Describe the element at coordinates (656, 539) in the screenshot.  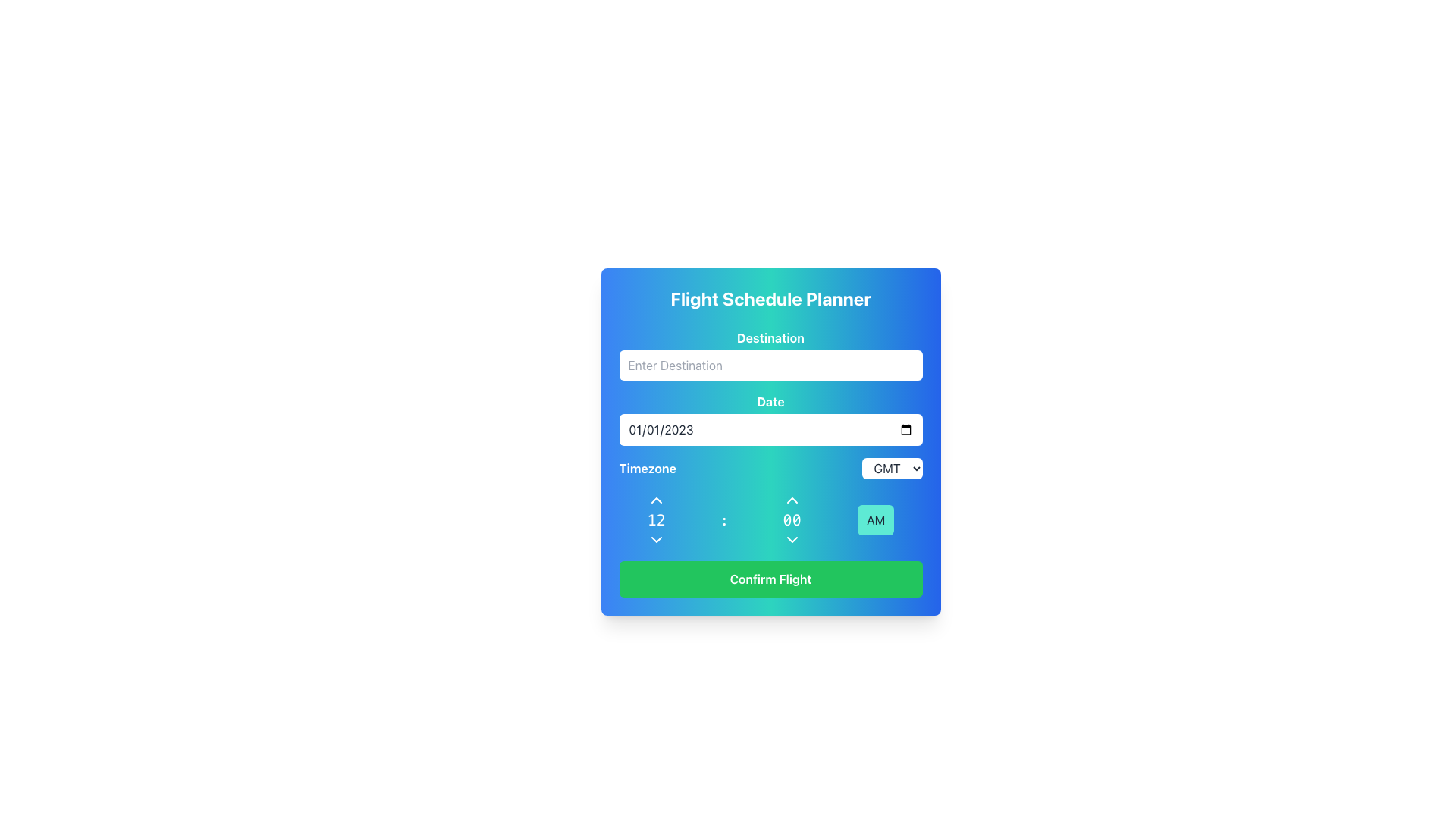
I see `the downward-facing chevron button located below the number '12' in the vertical time selector to trigger any applicable hover effects` at that location.